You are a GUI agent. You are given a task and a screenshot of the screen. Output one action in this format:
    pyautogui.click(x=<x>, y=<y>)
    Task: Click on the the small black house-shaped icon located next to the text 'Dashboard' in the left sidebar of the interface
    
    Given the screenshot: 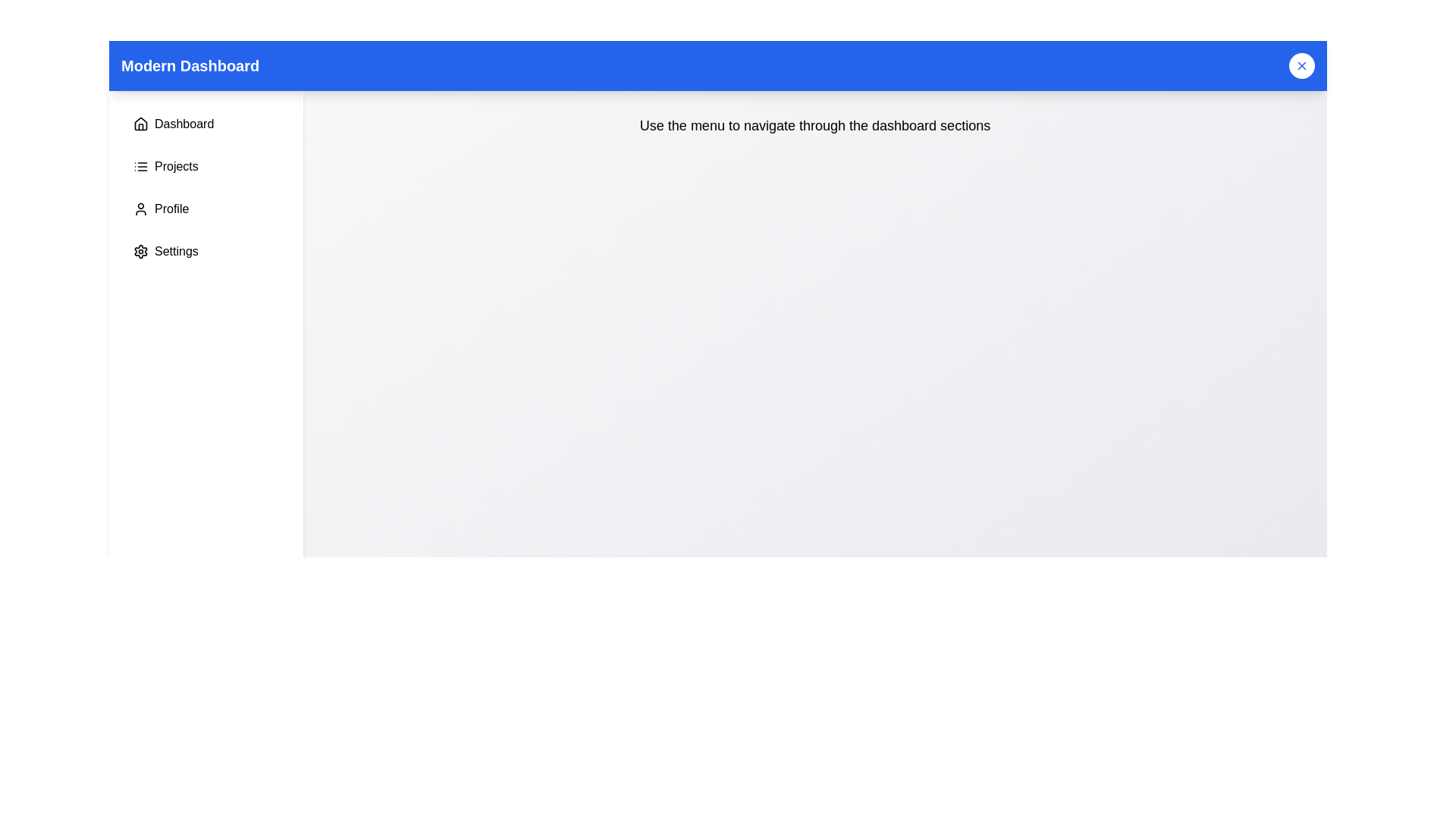 What is the action you would take?
    pyautogui.click(x=141, y=124)
    